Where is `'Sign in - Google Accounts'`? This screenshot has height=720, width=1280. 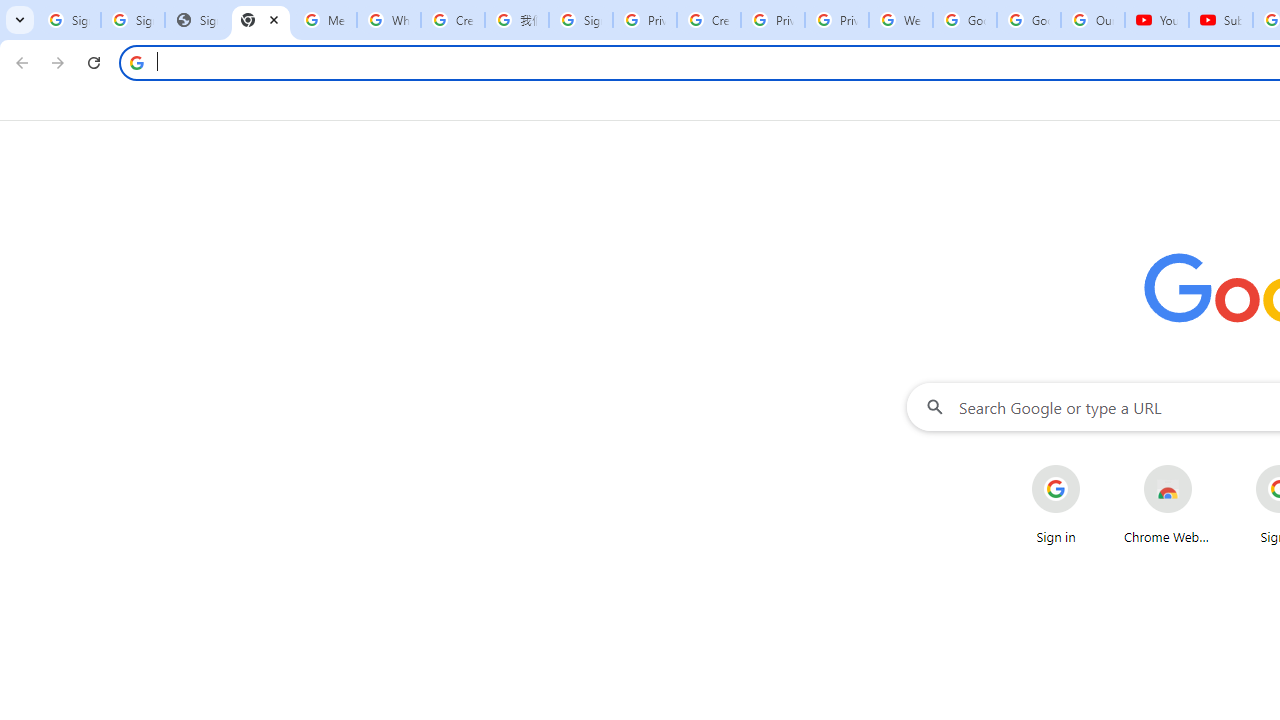 'Sign in - Google Accounts' is located at coordinates (580, 20).